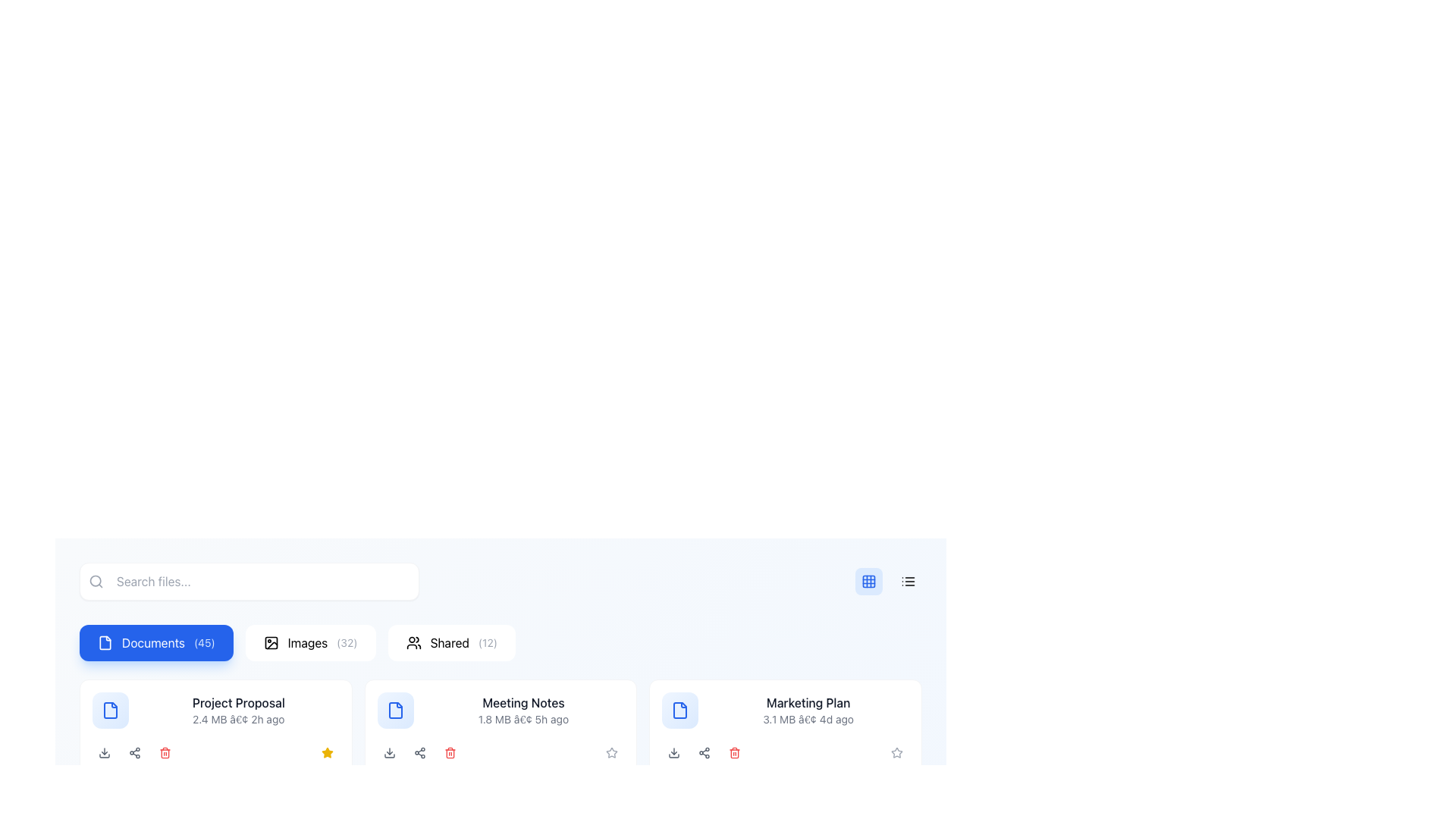  What do you see at coordinates (326, 752) in the screenshot?
I see `the favorite icon button located in the 'Documents' section below the title 'Project Proposal'` at bounding box center [326, 752].